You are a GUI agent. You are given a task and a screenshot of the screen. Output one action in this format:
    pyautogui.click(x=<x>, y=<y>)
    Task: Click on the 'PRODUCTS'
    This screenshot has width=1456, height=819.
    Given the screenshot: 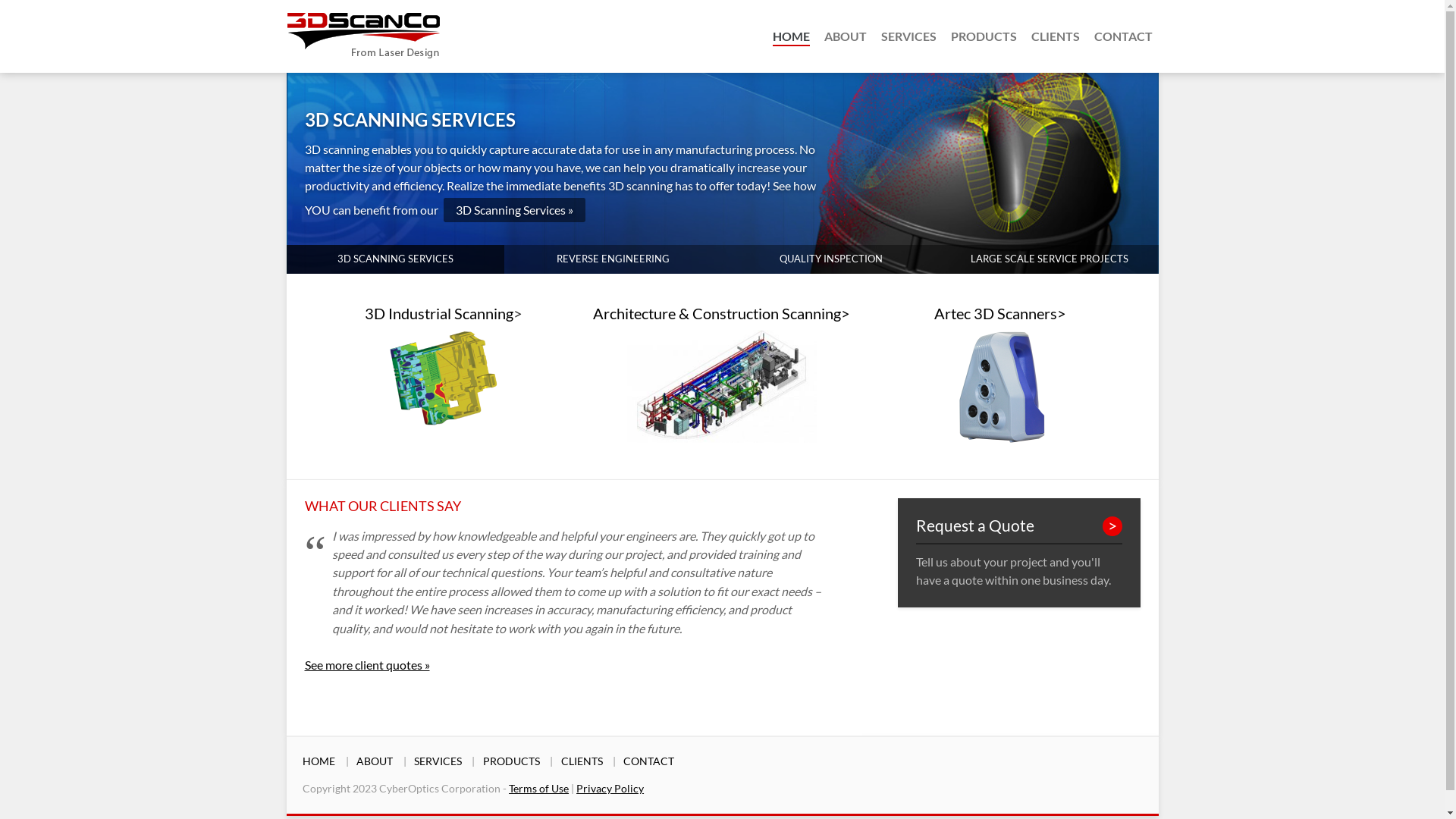 What is the action you would take?
    pyautogui.click(x=984, y=35)
    